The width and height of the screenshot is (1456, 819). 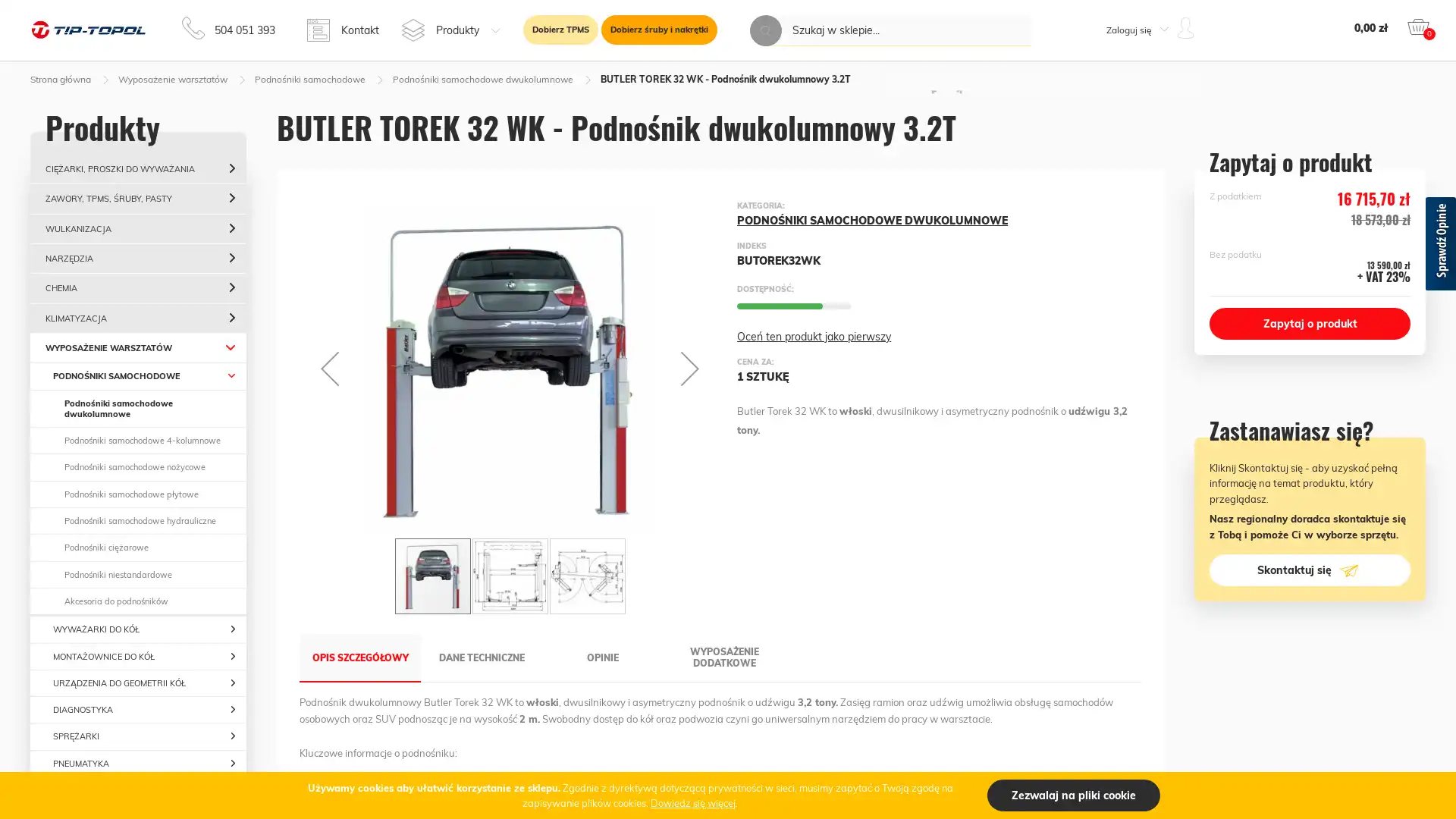 I want to click on Previous, so click(x=329, y=368).